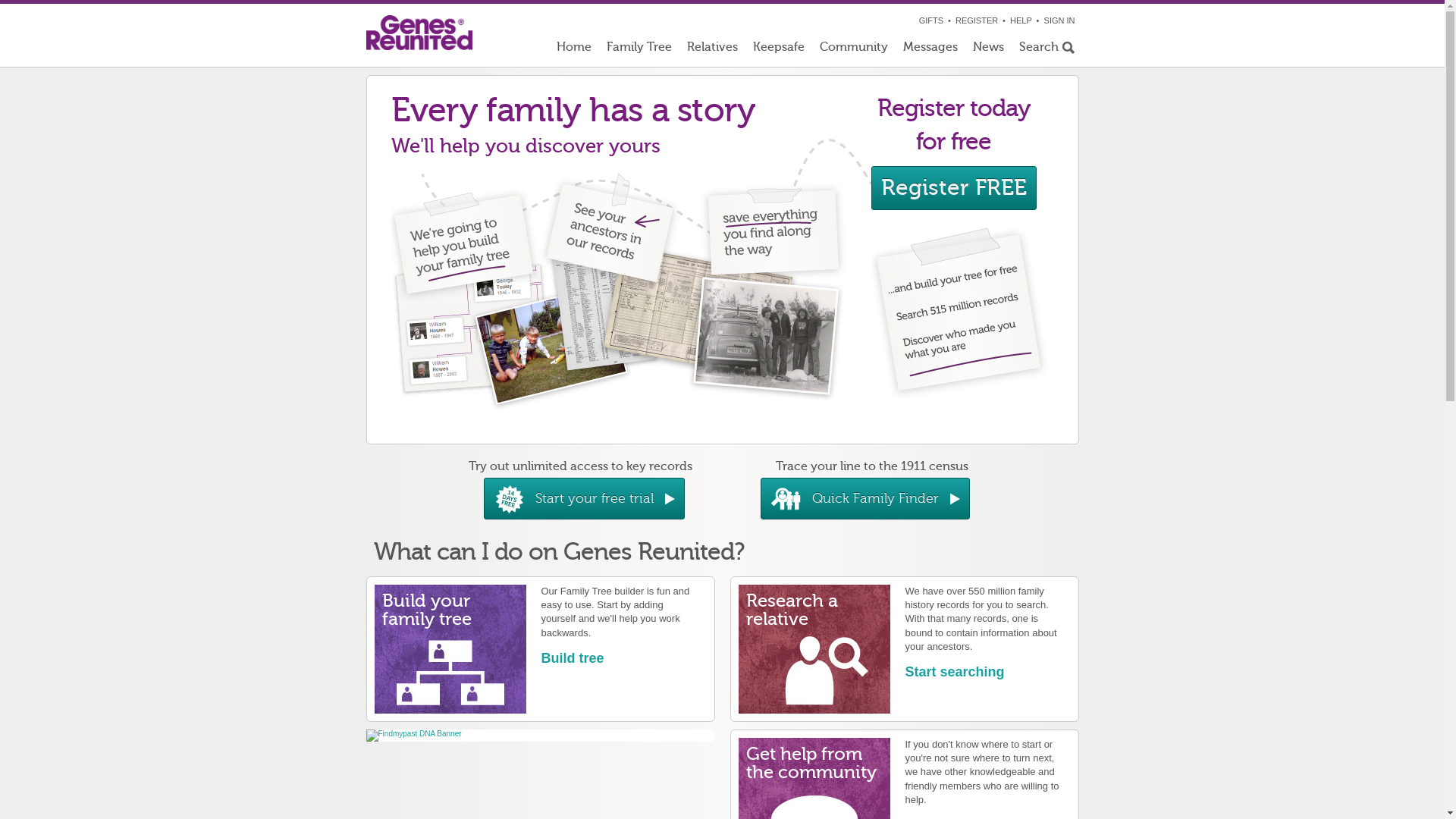 The width and height of the screenshot is (1456, 819). Describe the element at coordinates (852, 49) in the screenshot. I see `'Community'` at that location.